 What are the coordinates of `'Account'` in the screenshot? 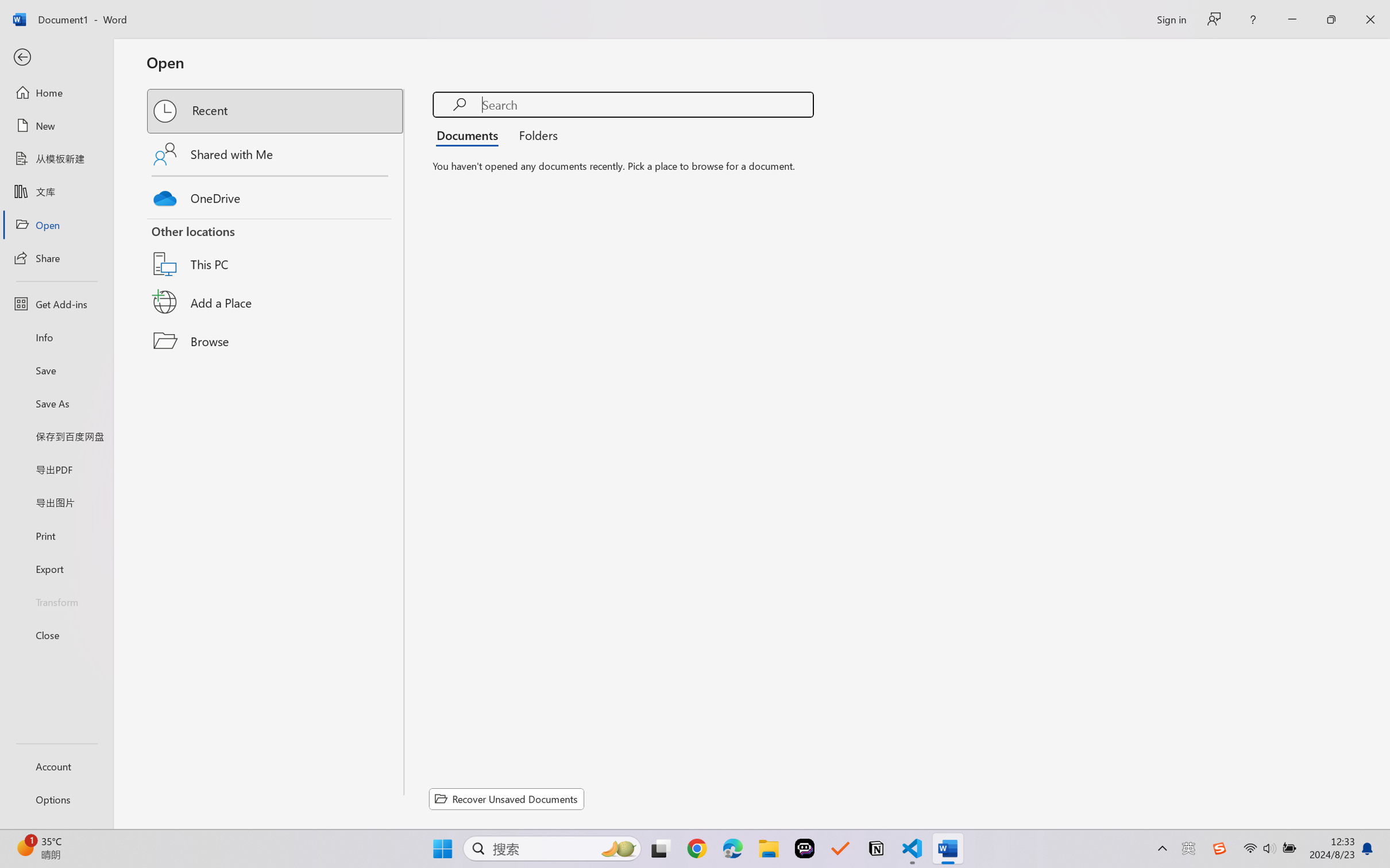 It's located at (56, 766).